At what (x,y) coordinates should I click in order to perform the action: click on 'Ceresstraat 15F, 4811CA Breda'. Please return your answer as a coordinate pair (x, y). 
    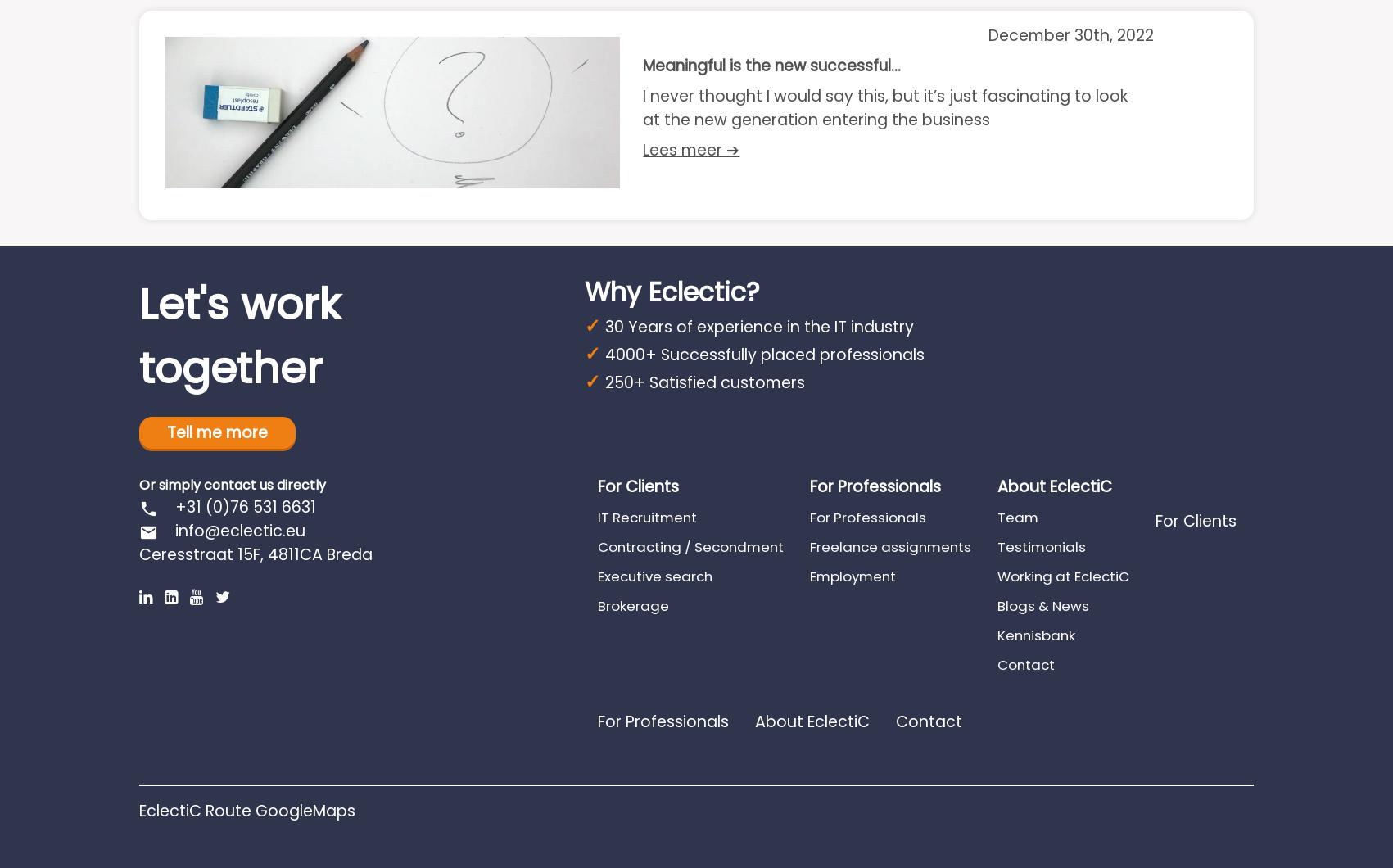
    Looking at the image, I should click on (256, 553).